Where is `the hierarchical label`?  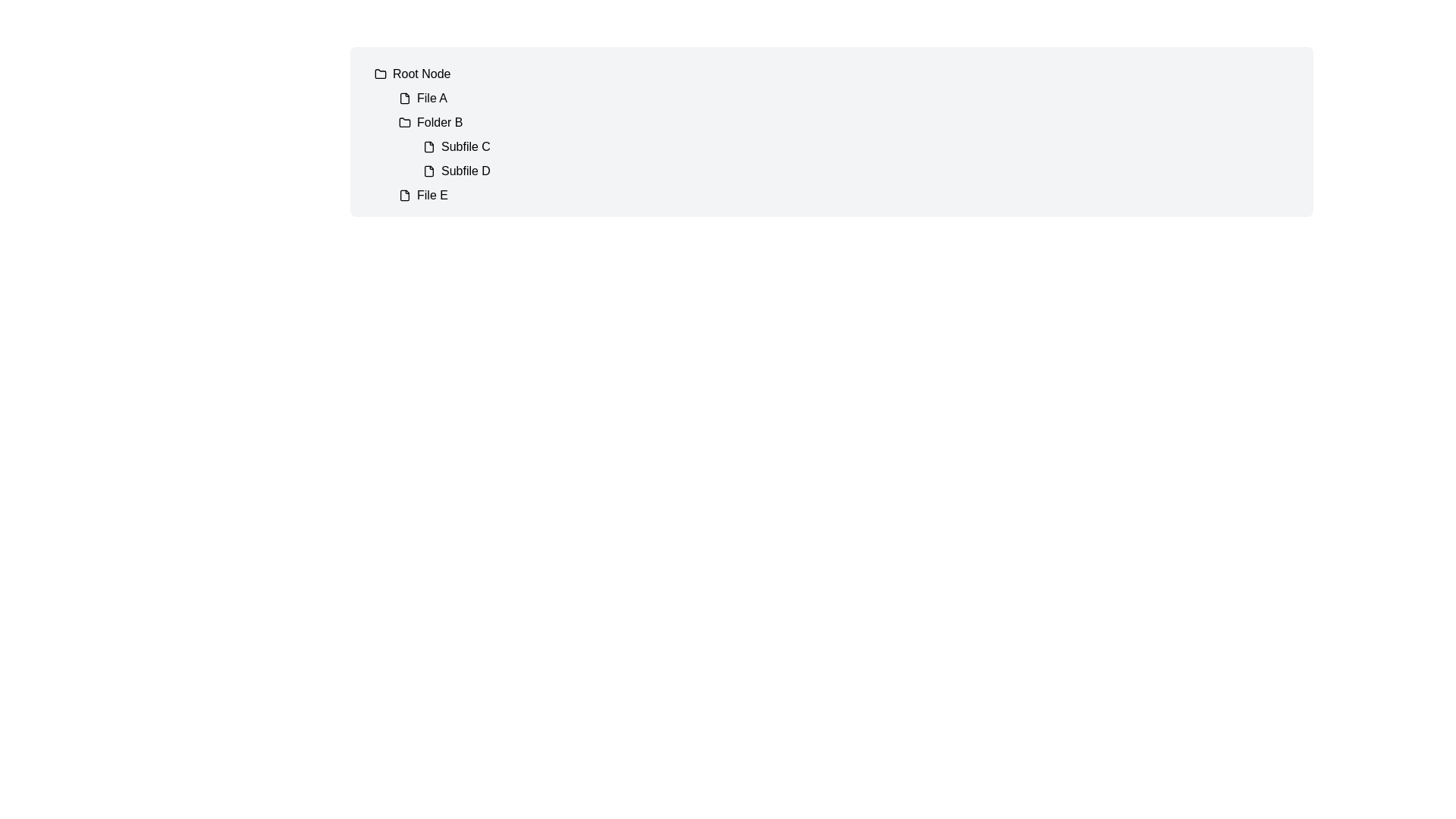
the hierarchical label is located at coordinates (422, 74).